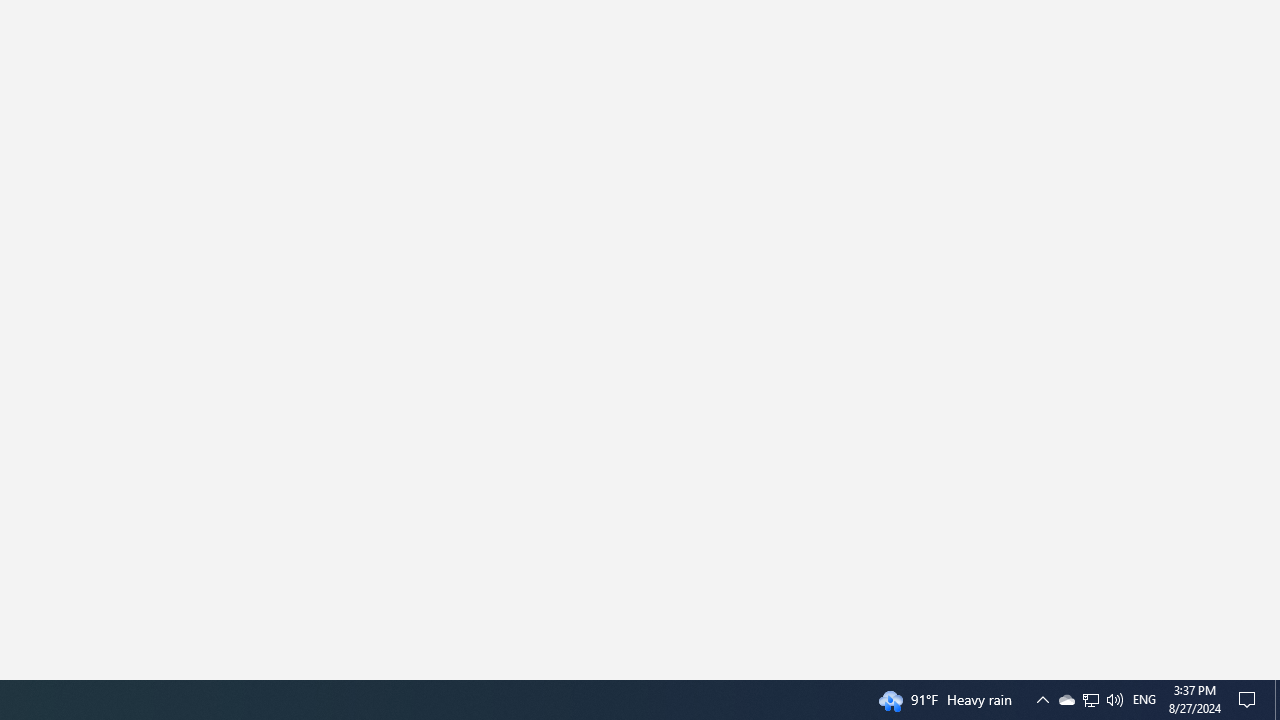  What do you see at coordinates (1065, 698) in the screenshot?
I see `'Q2790: 100%'` at bounding box center [1065, 698].